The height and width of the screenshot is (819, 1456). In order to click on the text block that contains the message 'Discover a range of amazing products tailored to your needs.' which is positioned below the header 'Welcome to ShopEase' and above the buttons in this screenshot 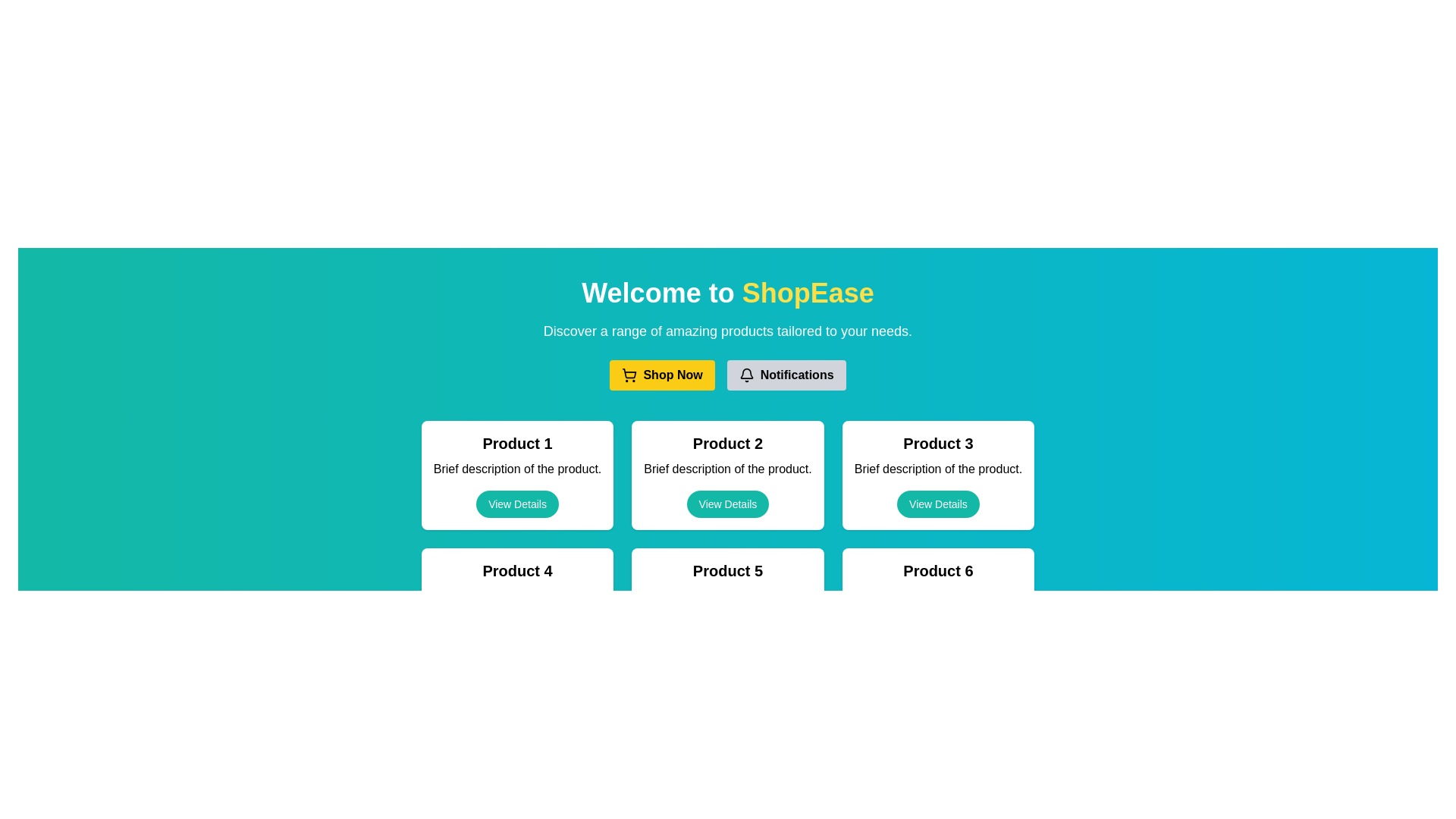, I will do `click(728, 330)`.